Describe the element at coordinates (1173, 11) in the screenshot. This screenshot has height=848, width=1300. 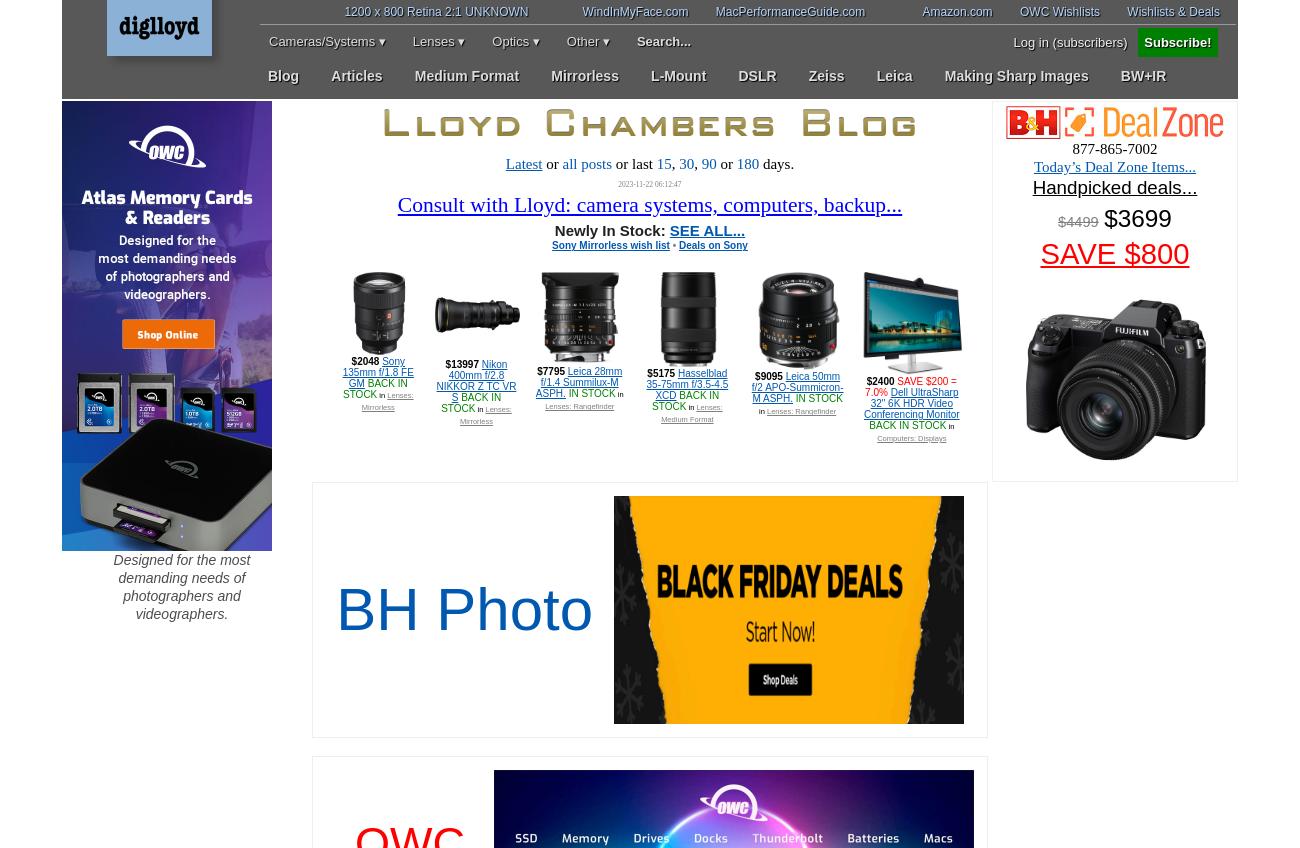
I see `'Wishlists & Deals'` at that location.